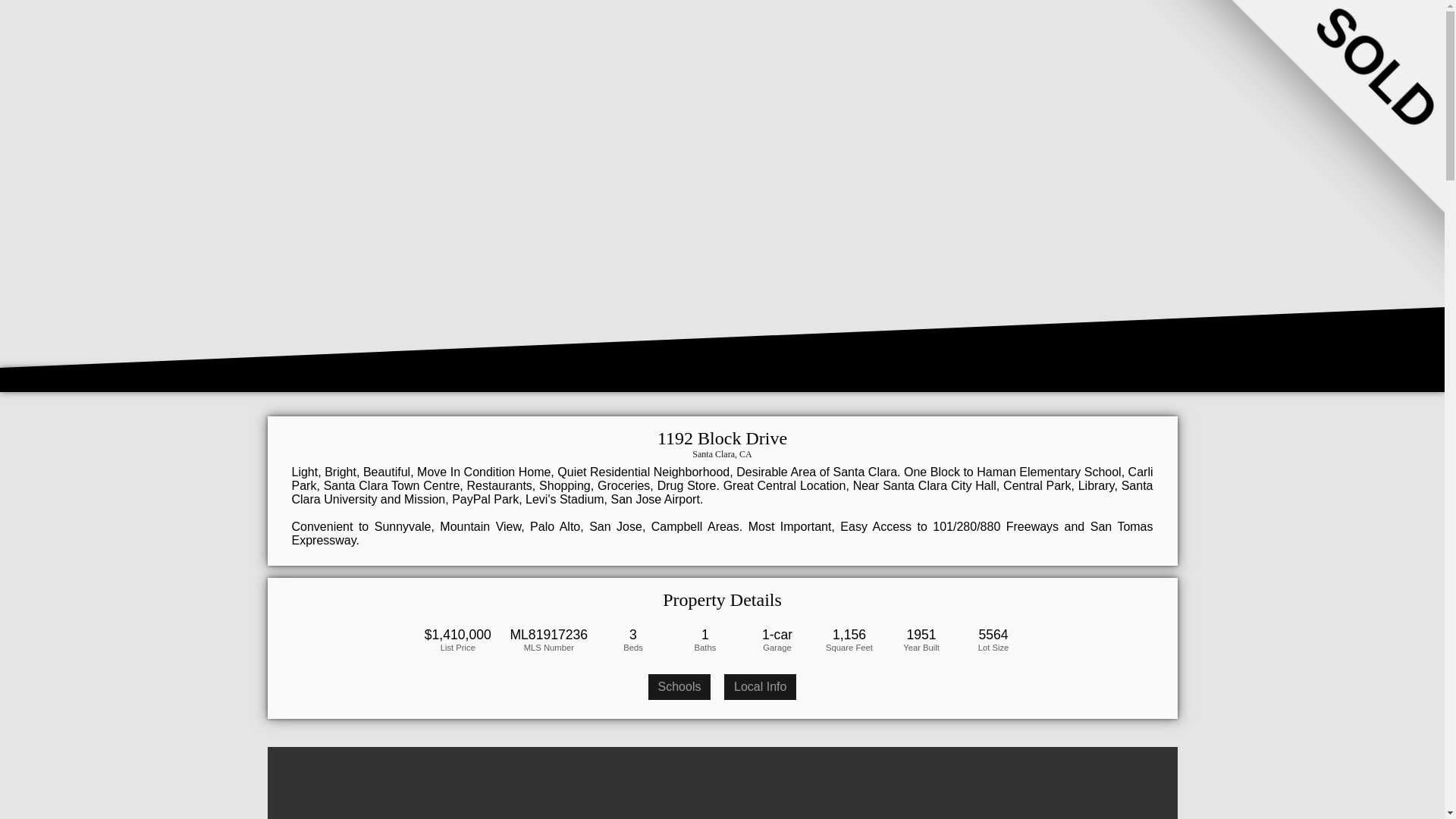 The height and width of the screenshot is (819, 1456). I want to click on 'Schools', so click(679, 687).